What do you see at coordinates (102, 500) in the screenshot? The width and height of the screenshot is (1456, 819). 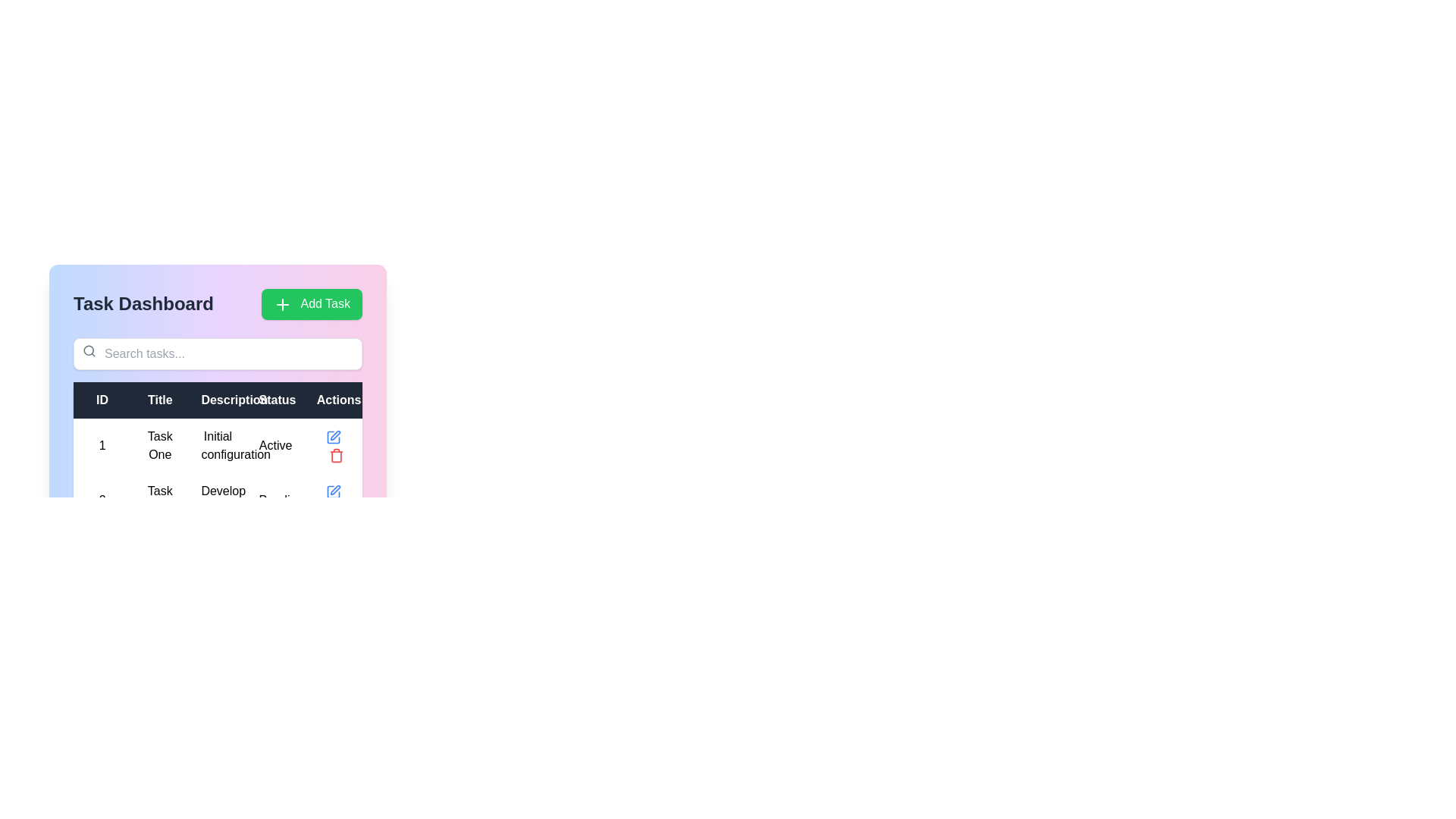 I see `value from the Label displaying the number '2' in bold, located in the first cell of the second row of the table under the 'ID' column` at bounding box center [102, 500].